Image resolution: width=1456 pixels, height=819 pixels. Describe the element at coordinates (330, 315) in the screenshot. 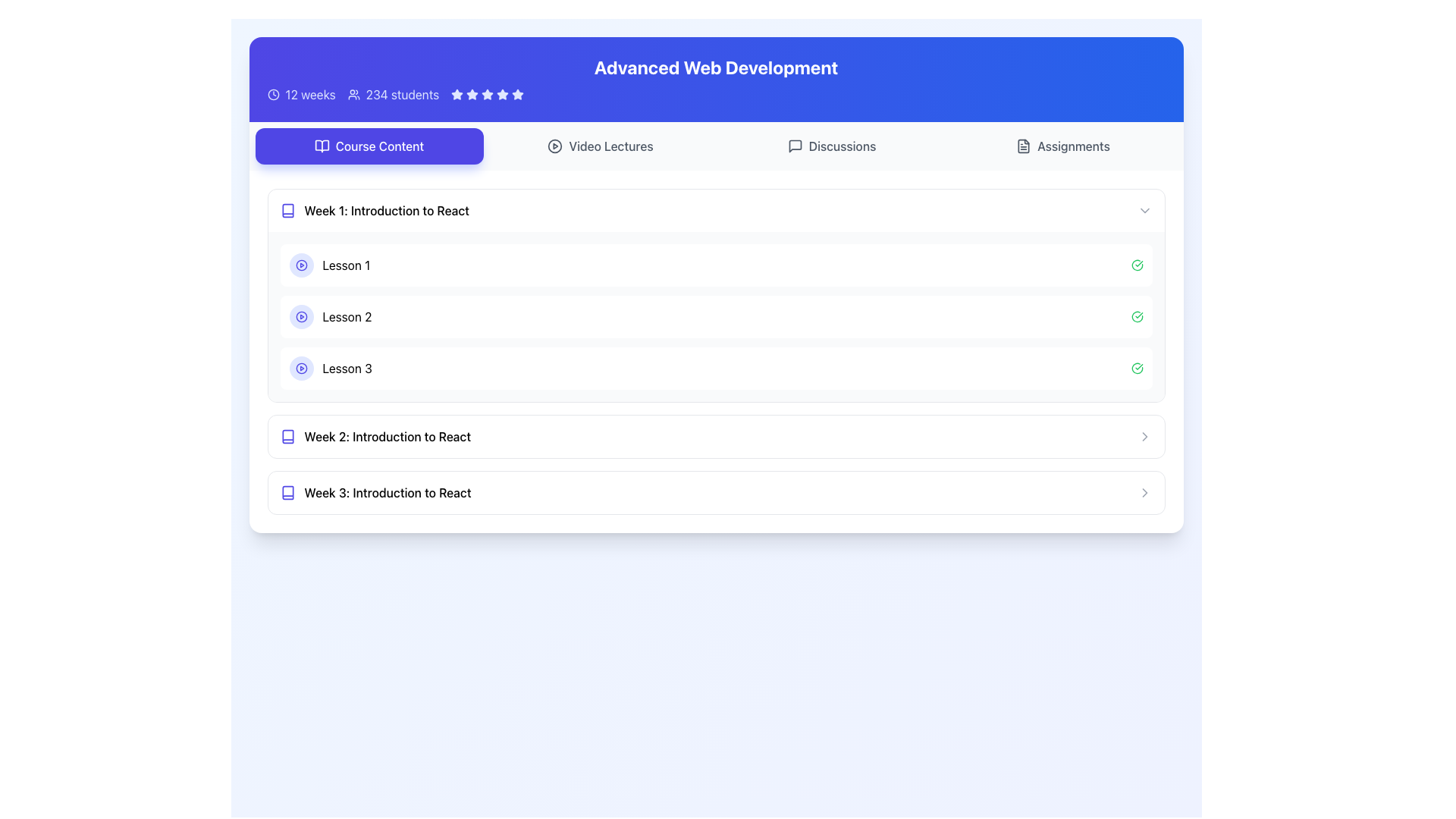

I see `the lesson title label located between 'Lesson 1' and 'Lesson 3' under 'Week 1: Introduction to React'` at that location.